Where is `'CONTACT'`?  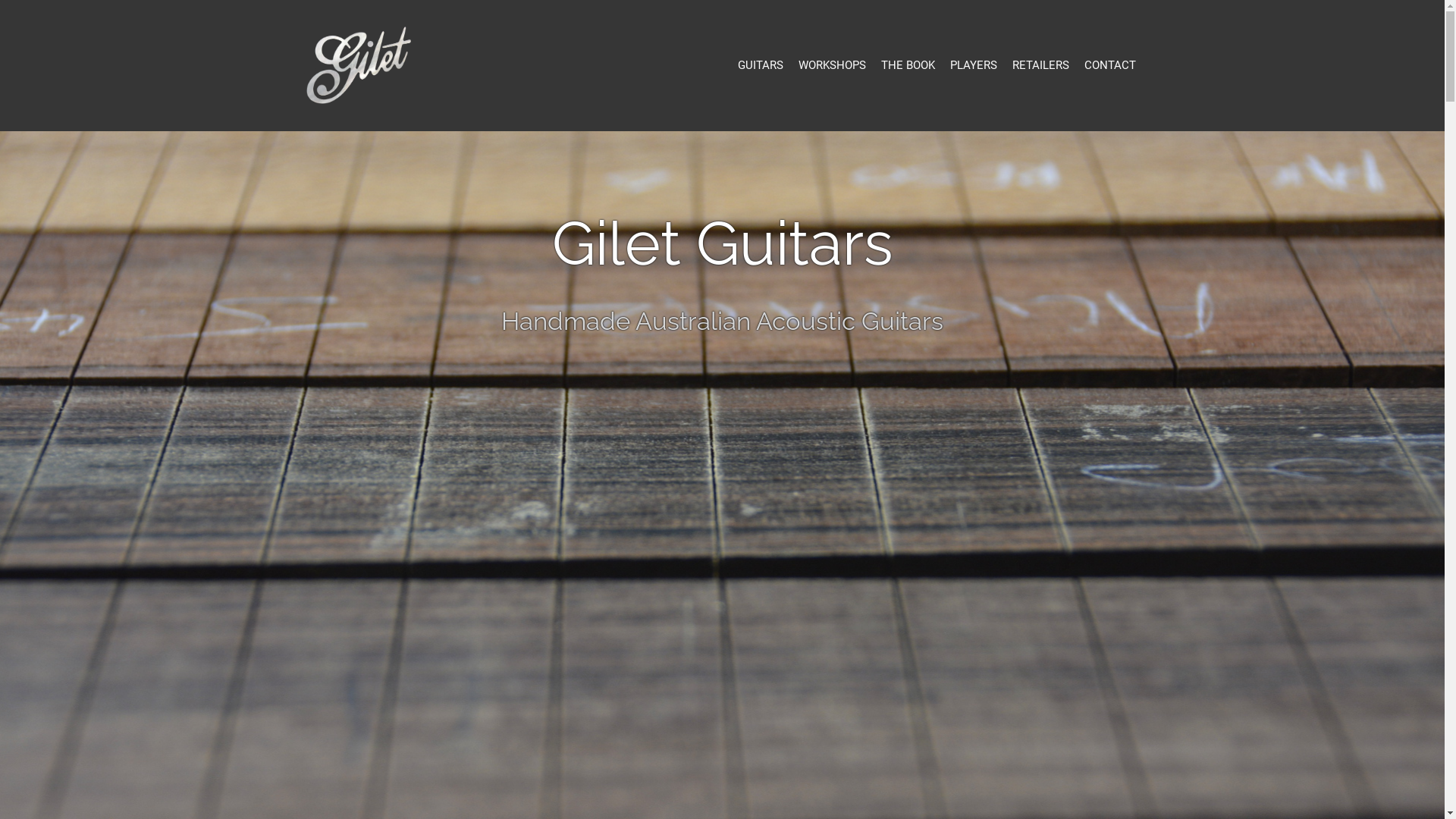 'CONTACT' is located at coordinates (1110, 64).